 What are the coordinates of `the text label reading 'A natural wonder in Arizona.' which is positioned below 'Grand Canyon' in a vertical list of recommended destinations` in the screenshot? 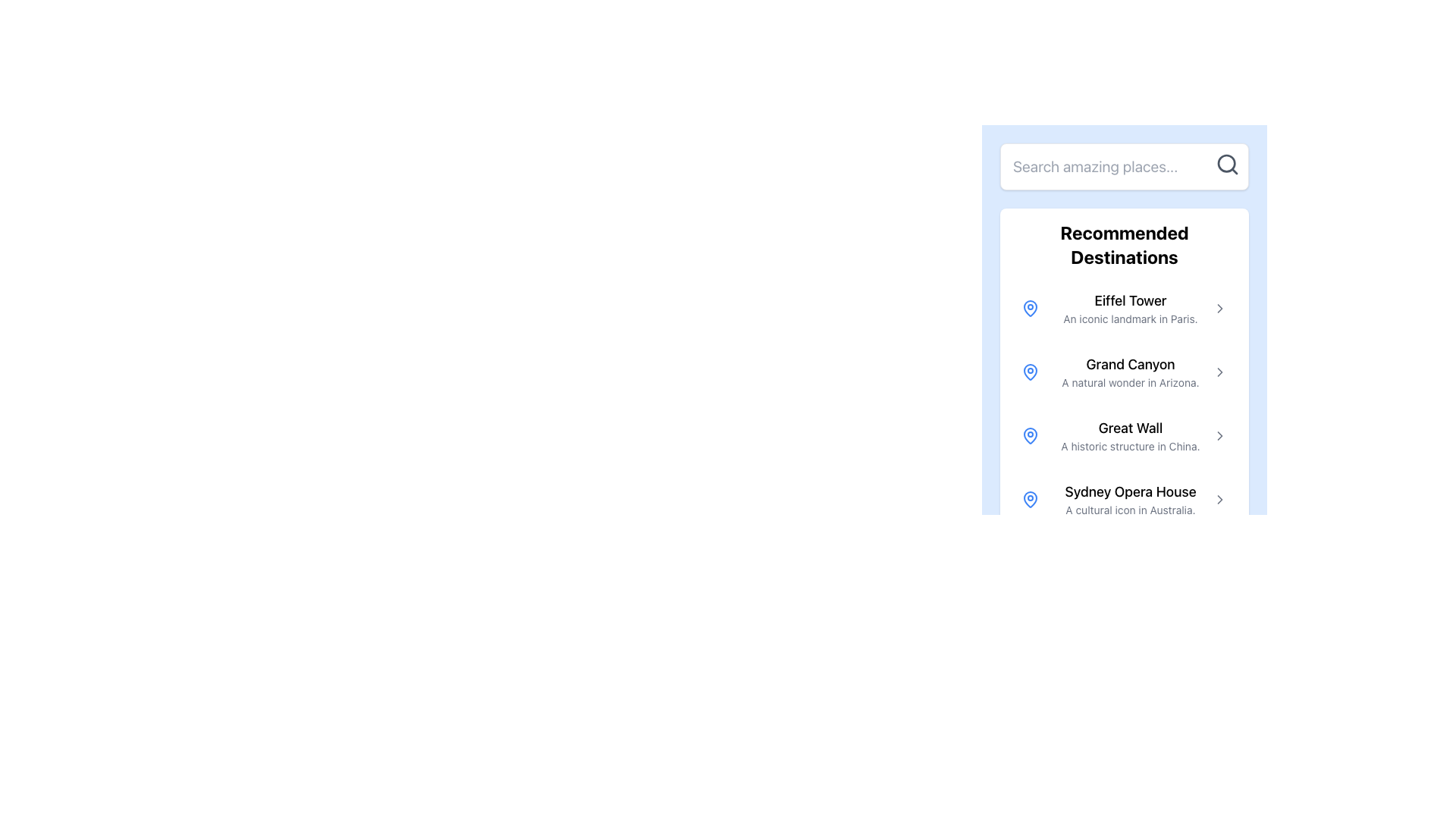 It's located at (1131, 382).